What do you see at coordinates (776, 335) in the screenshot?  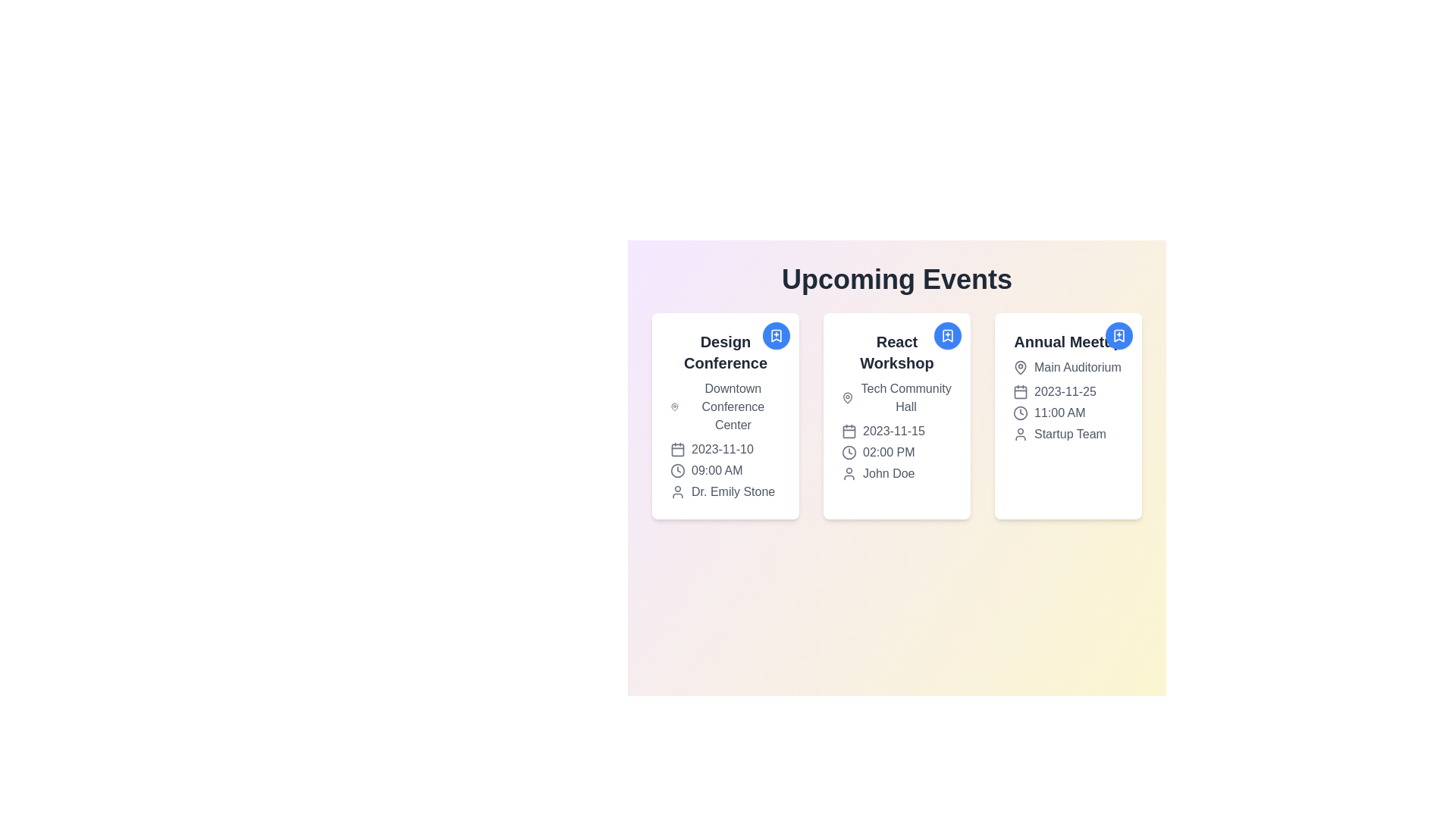 I see `the bookmark-shaped icon button with a blue background and a white outline located at the top-right corner of the 'Design Conference' card` at bounding box center [776, 335].